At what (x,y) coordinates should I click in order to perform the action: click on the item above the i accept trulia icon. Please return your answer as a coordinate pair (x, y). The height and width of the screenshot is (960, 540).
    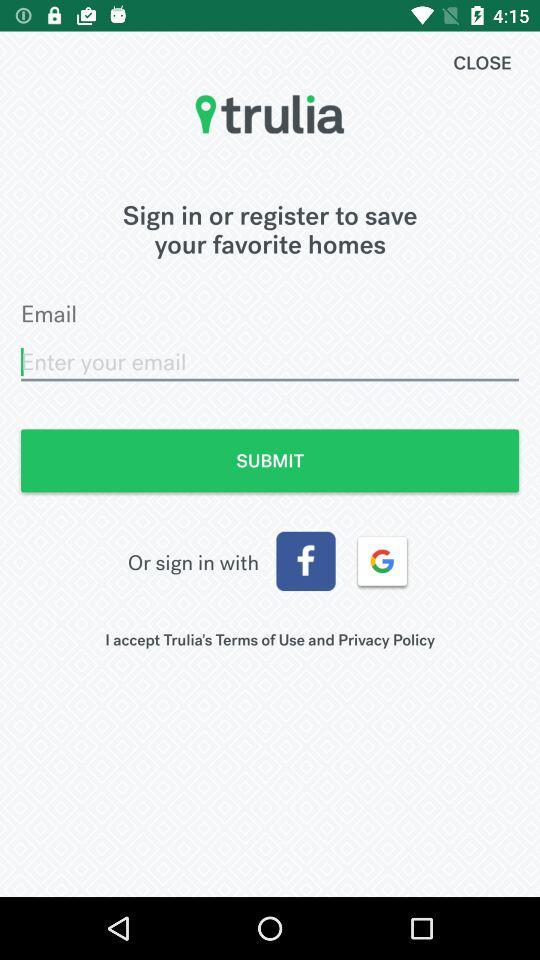
    Looking at the image, I should click on (382, 561).